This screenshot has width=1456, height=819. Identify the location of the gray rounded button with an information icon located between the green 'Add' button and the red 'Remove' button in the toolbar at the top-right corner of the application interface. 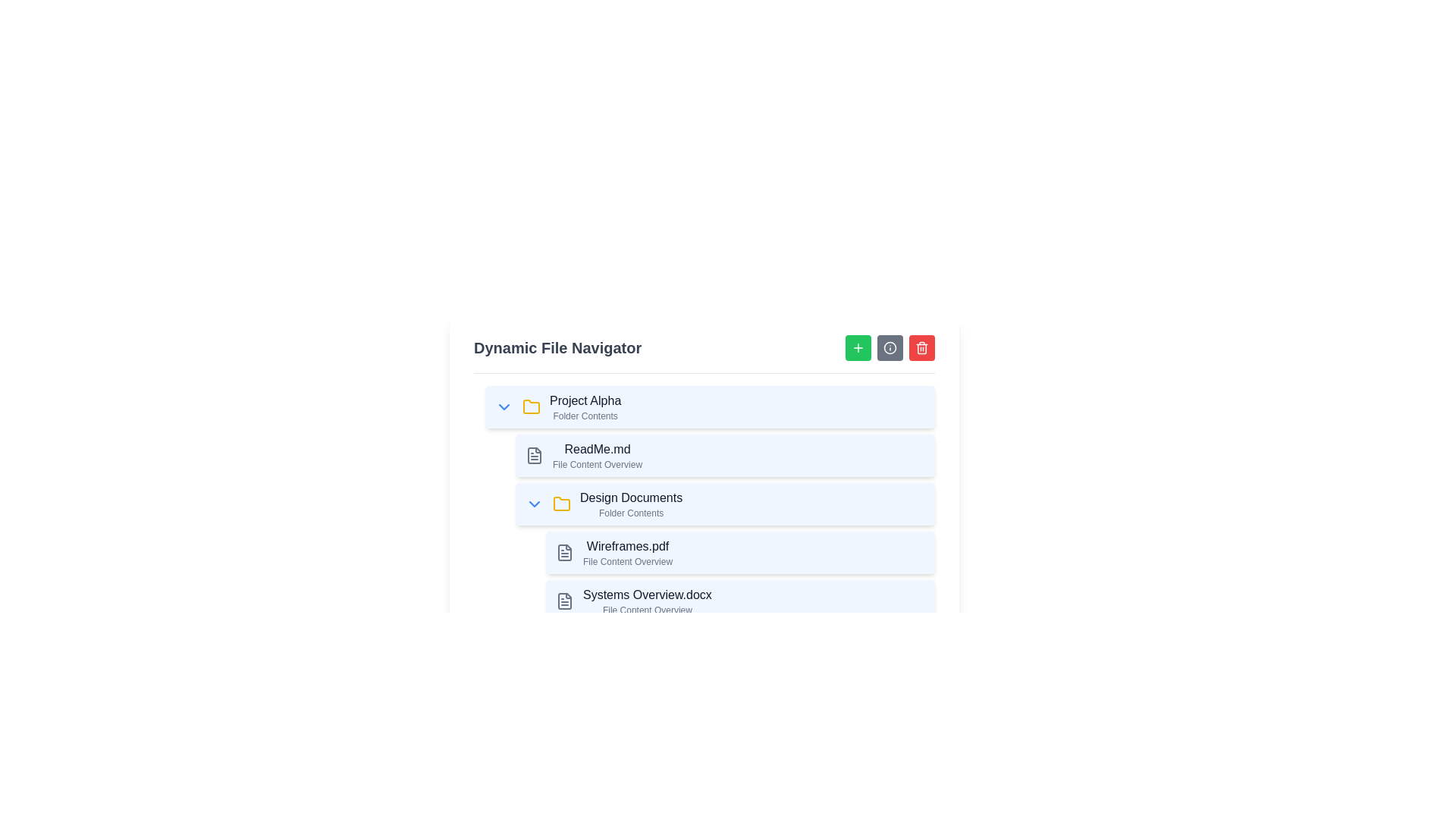
(890, 348).